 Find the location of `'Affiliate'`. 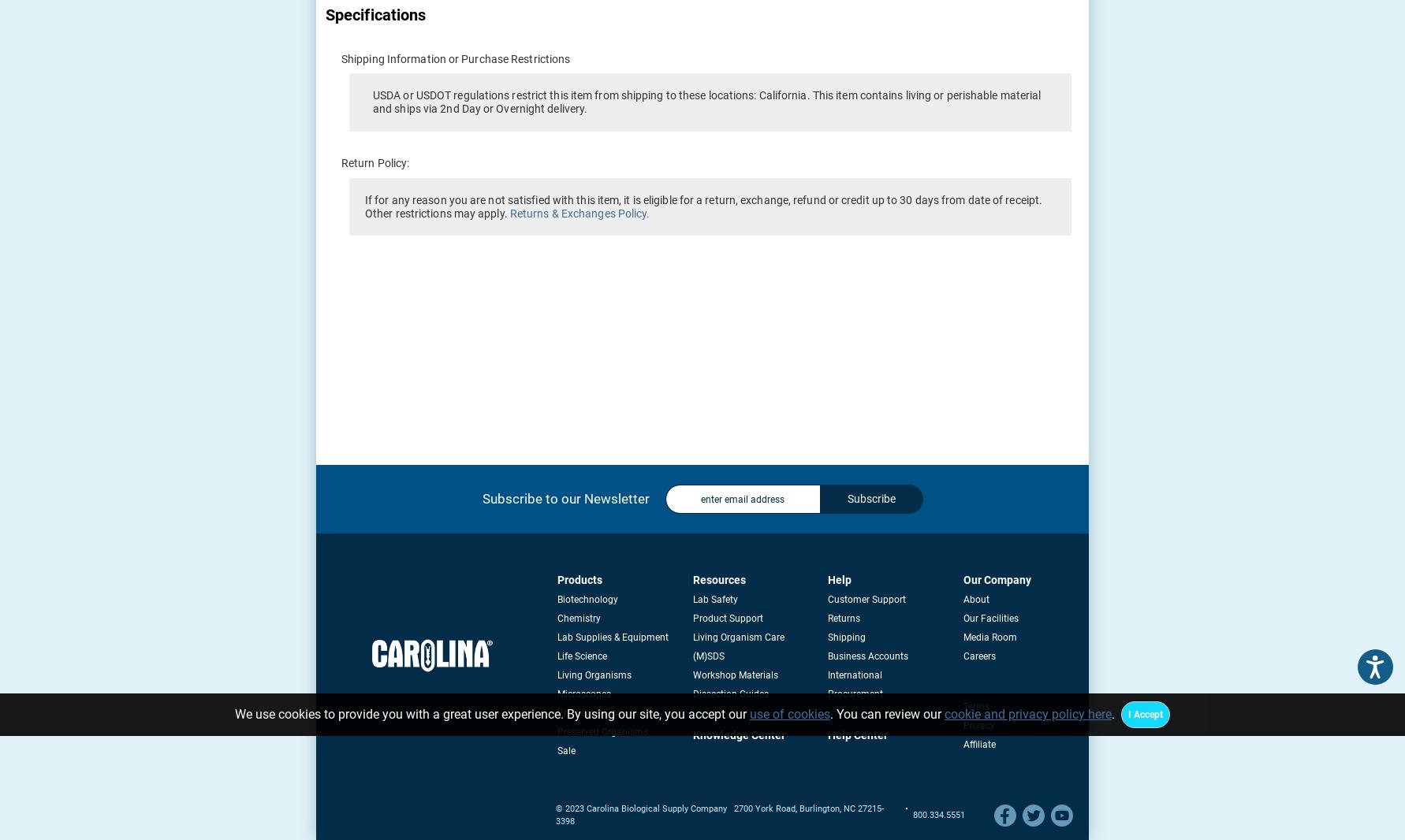

'Affiliate' is located at coordinates (978, 745).